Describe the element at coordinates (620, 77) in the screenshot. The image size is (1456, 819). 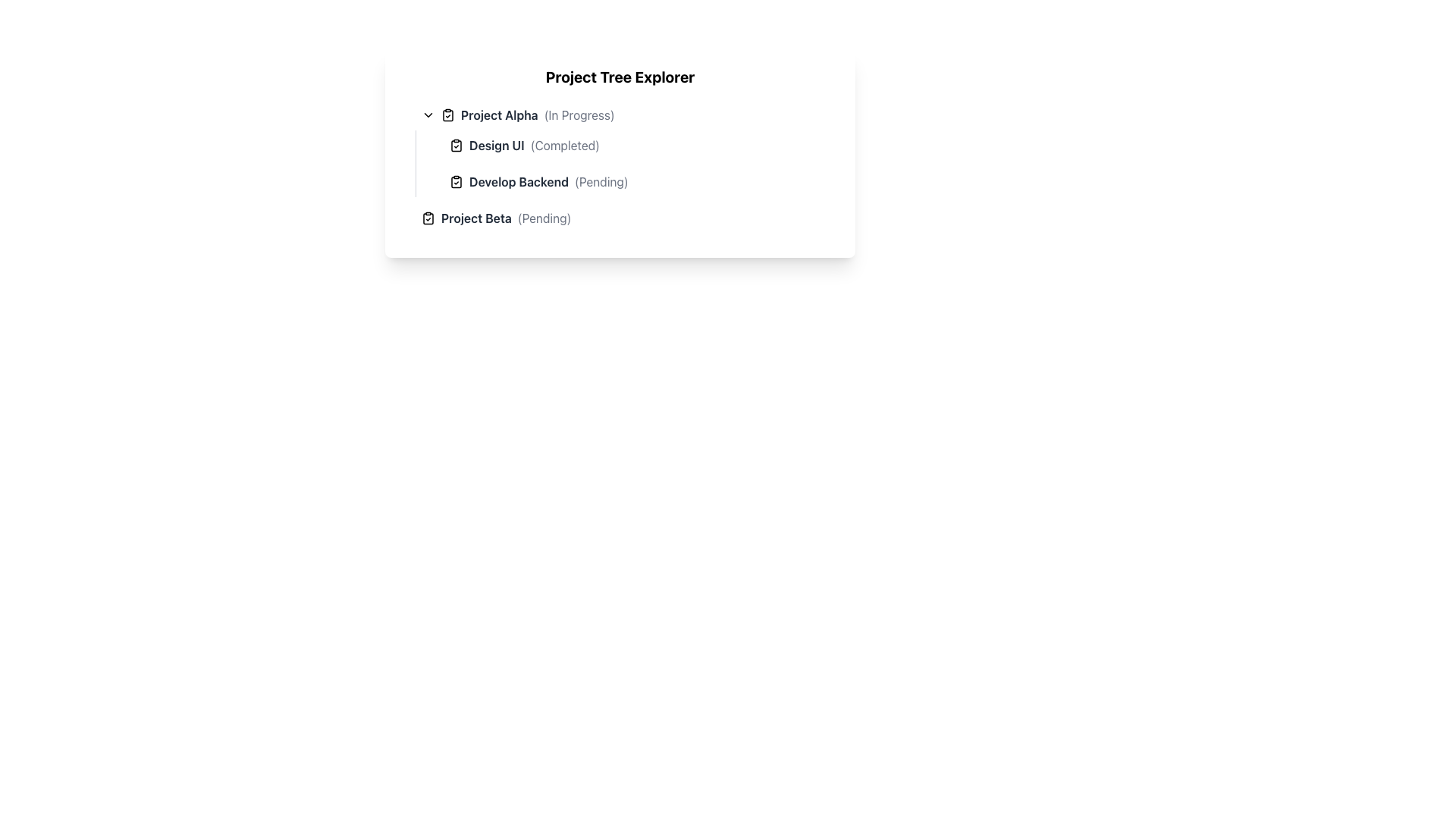
I see `the text label that serves as the title or header for the project hierarchy section, which is located at the top-center of a white, rounded-corner, shadowed box` at that location.